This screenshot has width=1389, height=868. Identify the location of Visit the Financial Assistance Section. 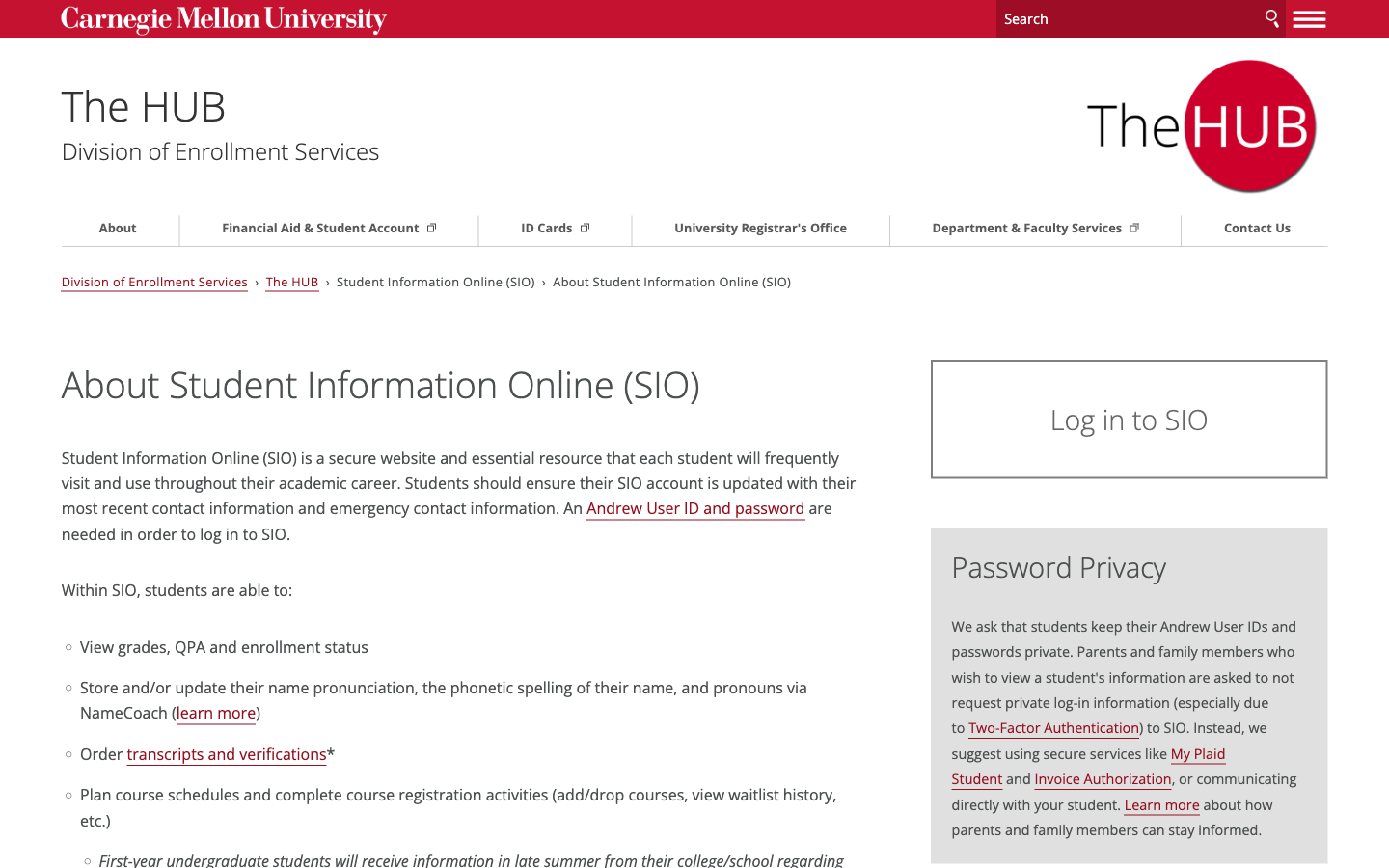
(352, 227).